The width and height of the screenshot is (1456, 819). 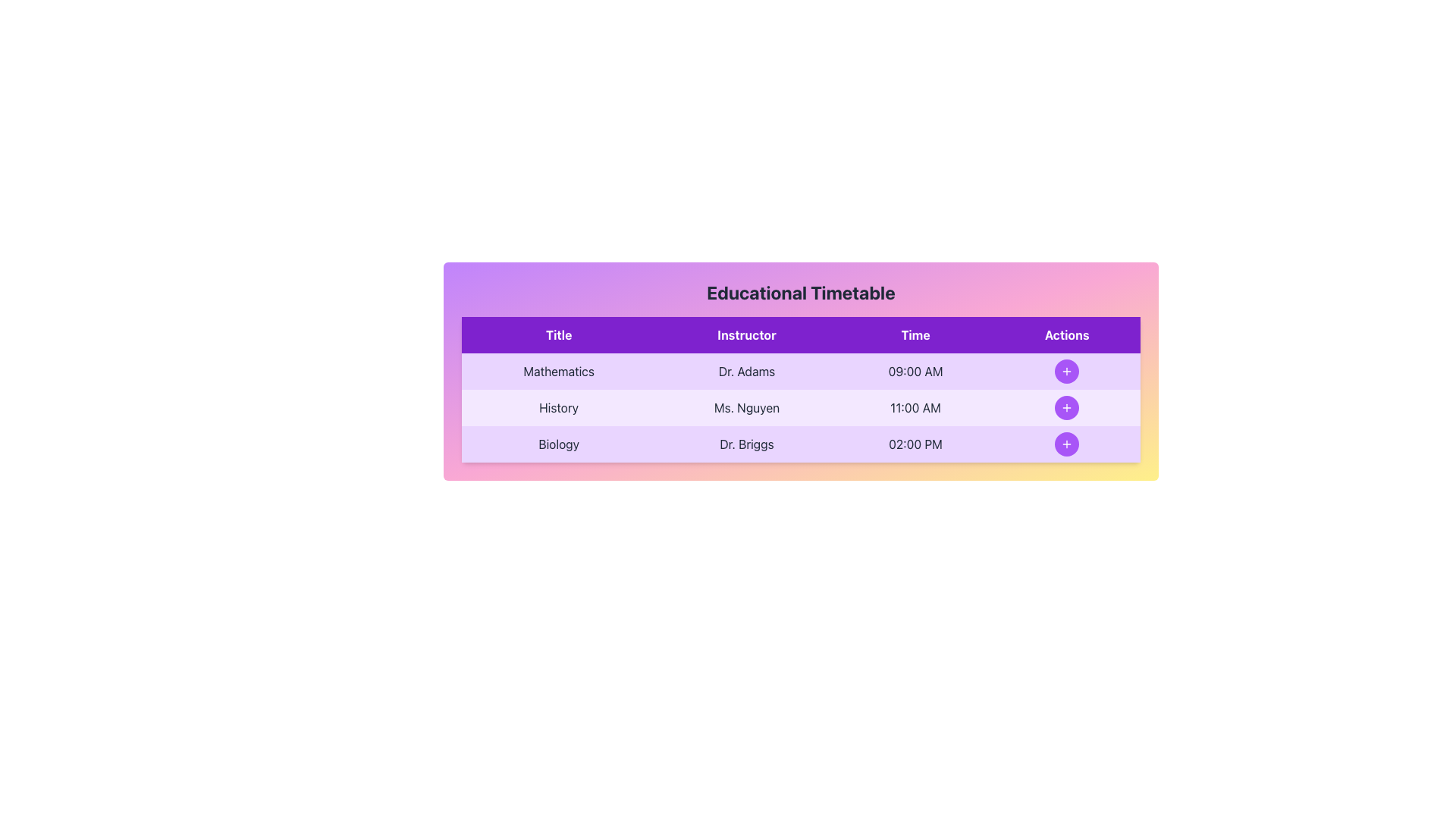 What do you see at coordinates (558, 371) in the screenshot?
I see `the 'Mathematics' text label, which is displayed in a centered alignment within a light purple background, located in the first row, first column of the tabular layout` at bounding box center [558, 371].